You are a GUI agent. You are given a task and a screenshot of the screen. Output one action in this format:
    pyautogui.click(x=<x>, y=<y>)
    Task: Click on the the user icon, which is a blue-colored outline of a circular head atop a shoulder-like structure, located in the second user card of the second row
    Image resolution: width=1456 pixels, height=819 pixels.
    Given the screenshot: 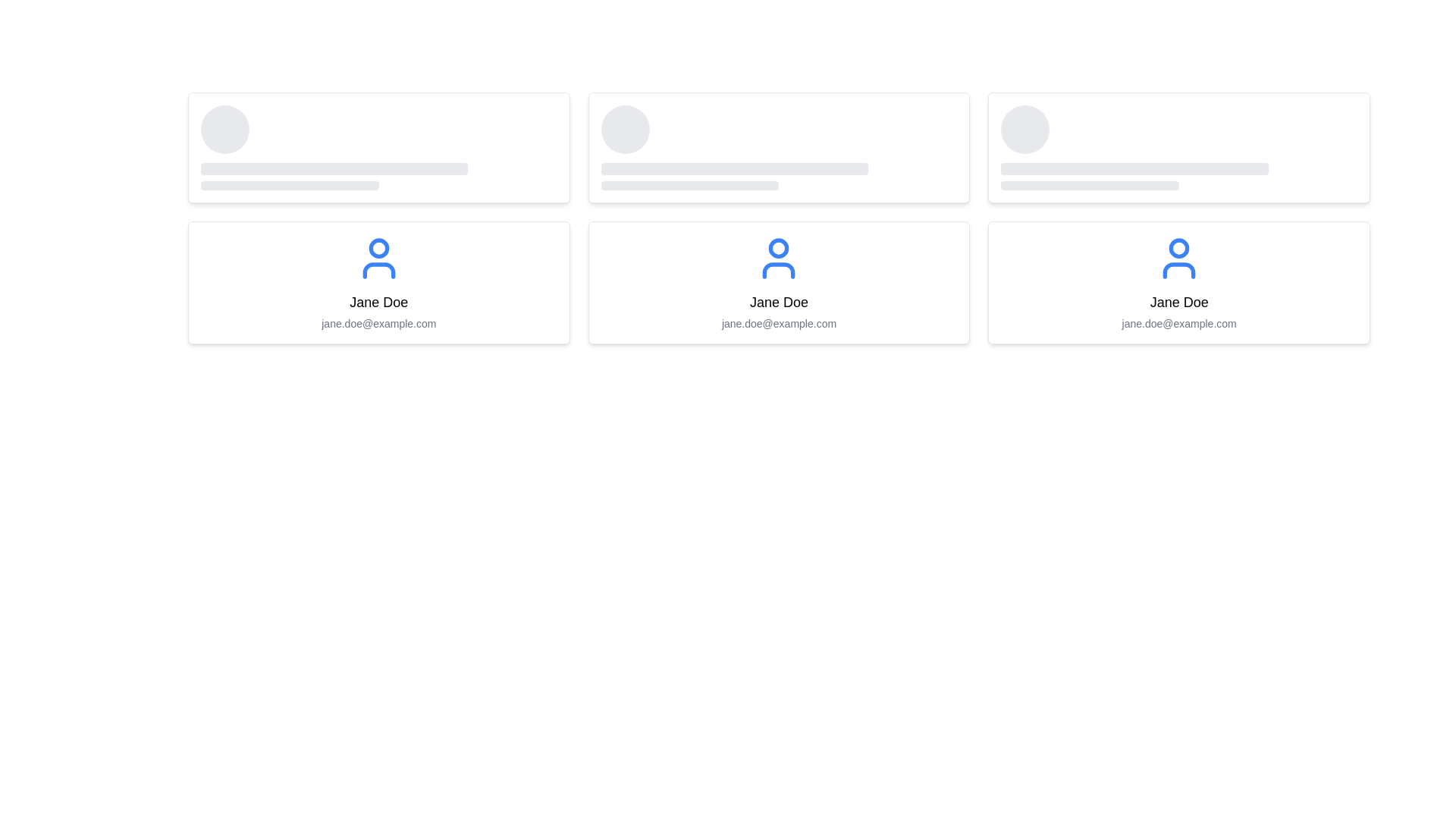 What is the action you would take?
    pyautogui.click(x=779, y=257)
    